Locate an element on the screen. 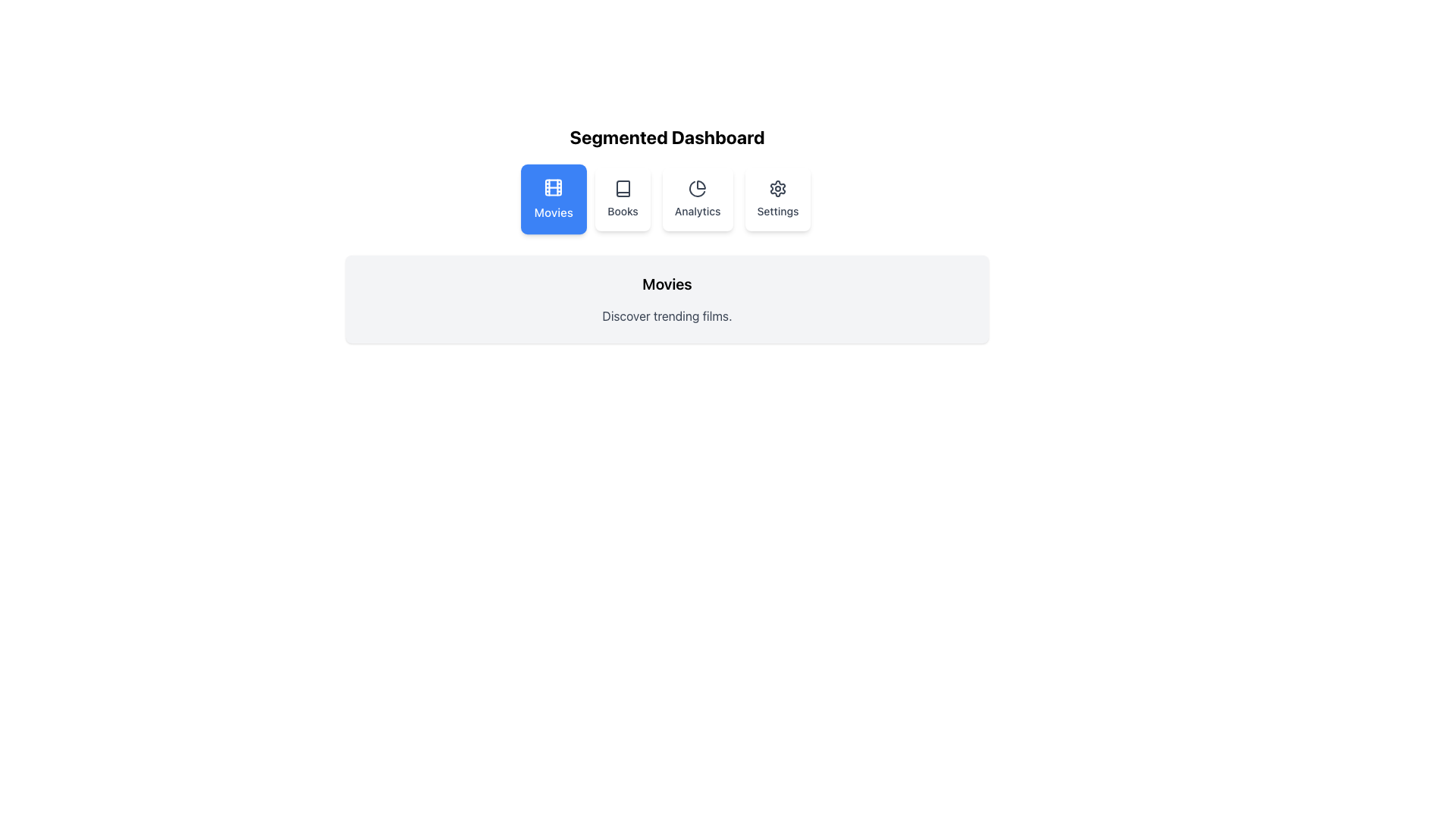 This screenshot has height=819, width=1456. the third button in the segmented navigation bar that labels the analytics section for navigation is located at coordinates (697, 211).